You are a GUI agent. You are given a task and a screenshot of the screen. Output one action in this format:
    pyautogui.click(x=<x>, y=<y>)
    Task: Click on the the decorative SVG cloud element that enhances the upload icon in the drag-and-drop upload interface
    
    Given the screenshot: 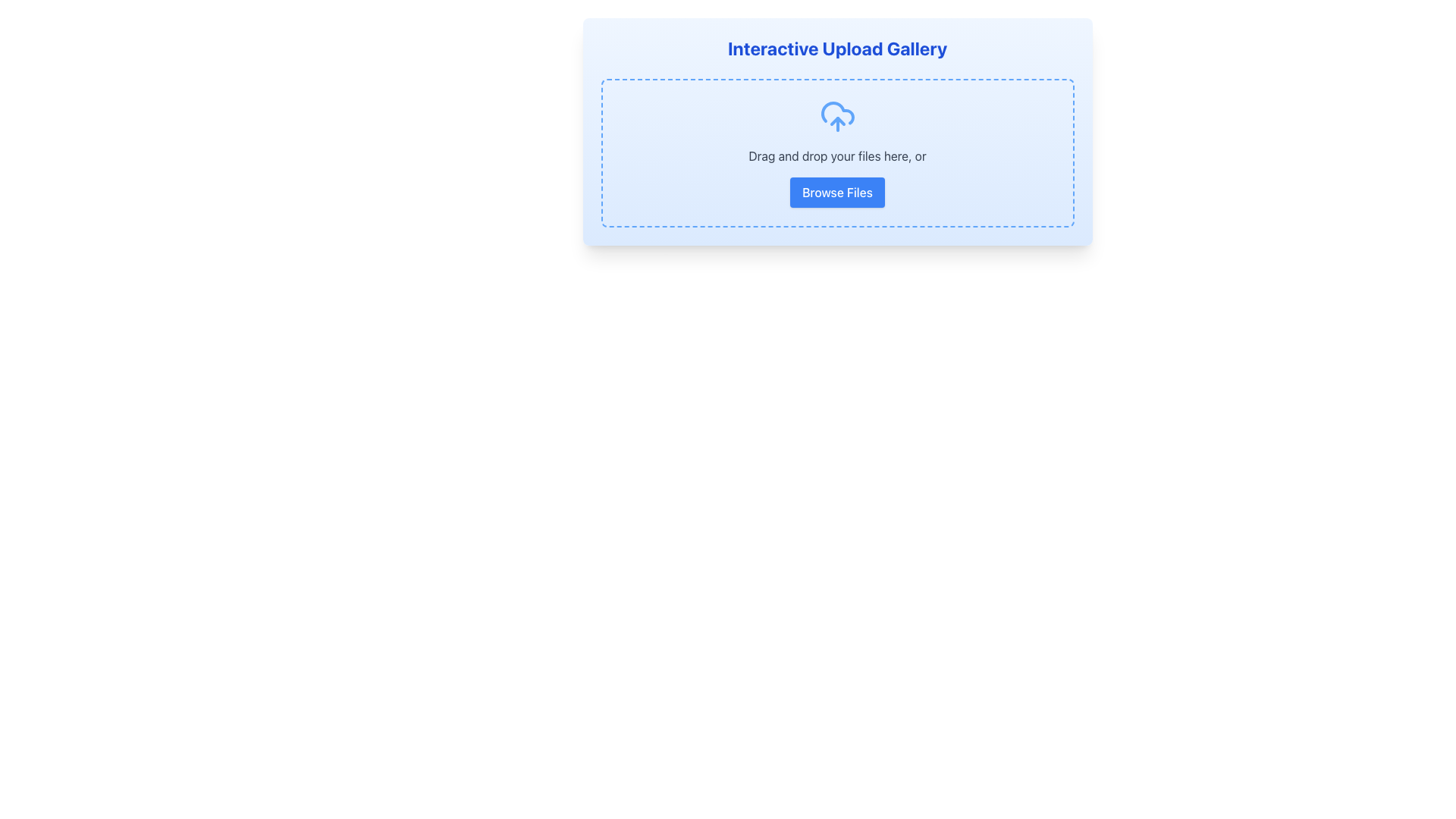 What is the action you would take?
    pyautogui.click(x=836, y=112)
    